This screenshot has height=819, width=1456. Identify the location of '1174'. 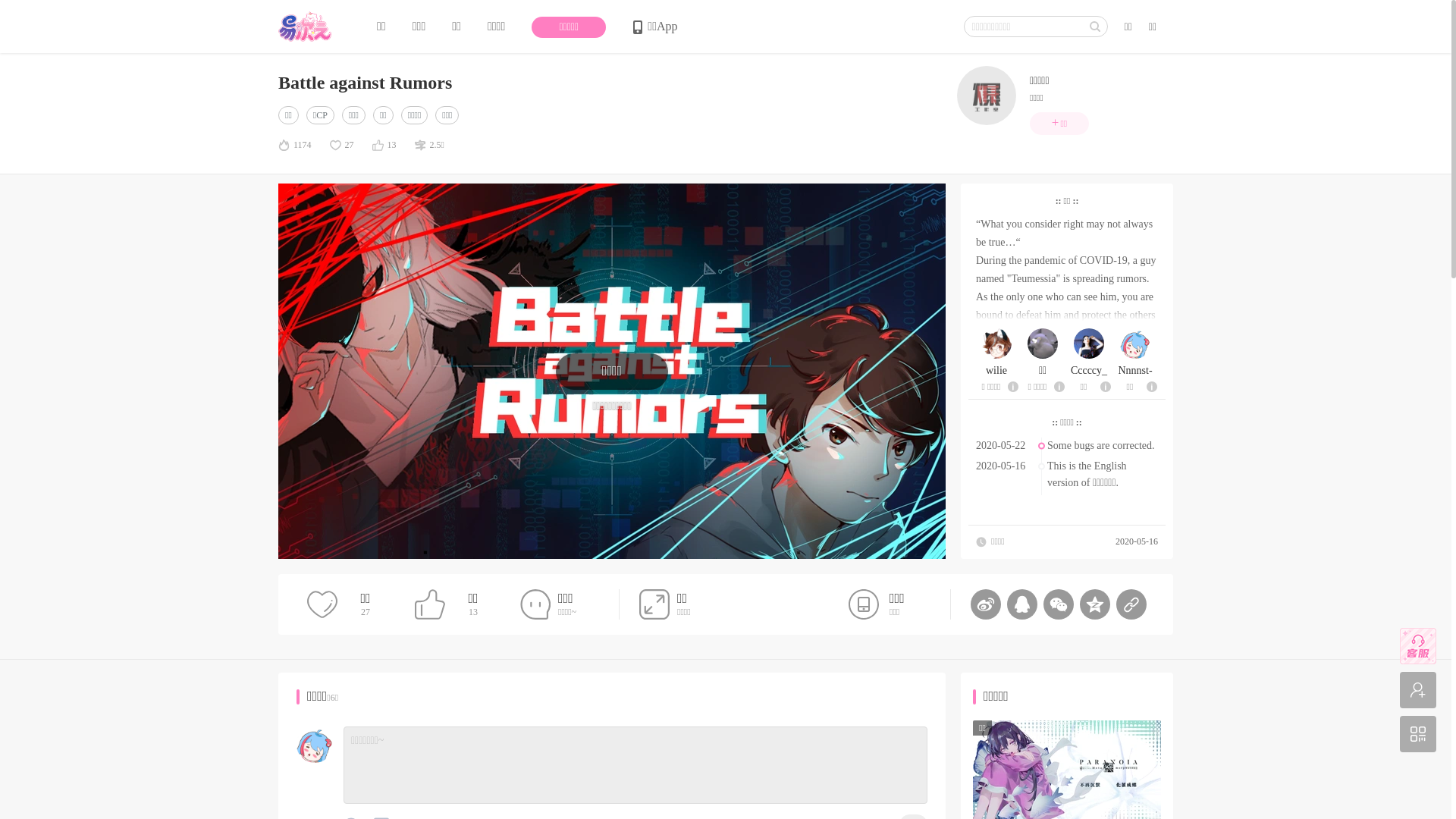
(294, 145).